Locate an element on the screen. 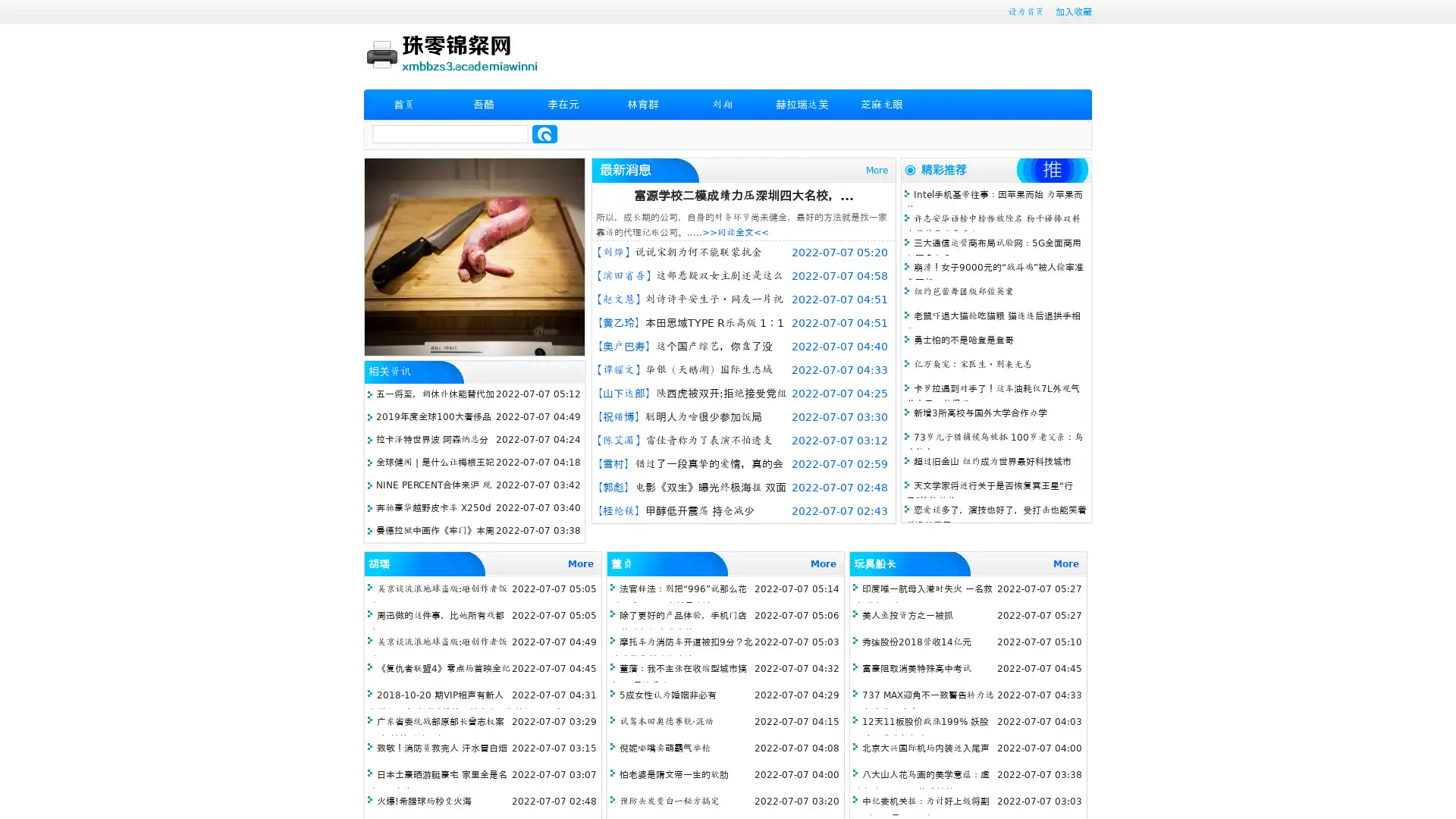 The image size is (1456, 819). Search is located at coordinates (544, 133).